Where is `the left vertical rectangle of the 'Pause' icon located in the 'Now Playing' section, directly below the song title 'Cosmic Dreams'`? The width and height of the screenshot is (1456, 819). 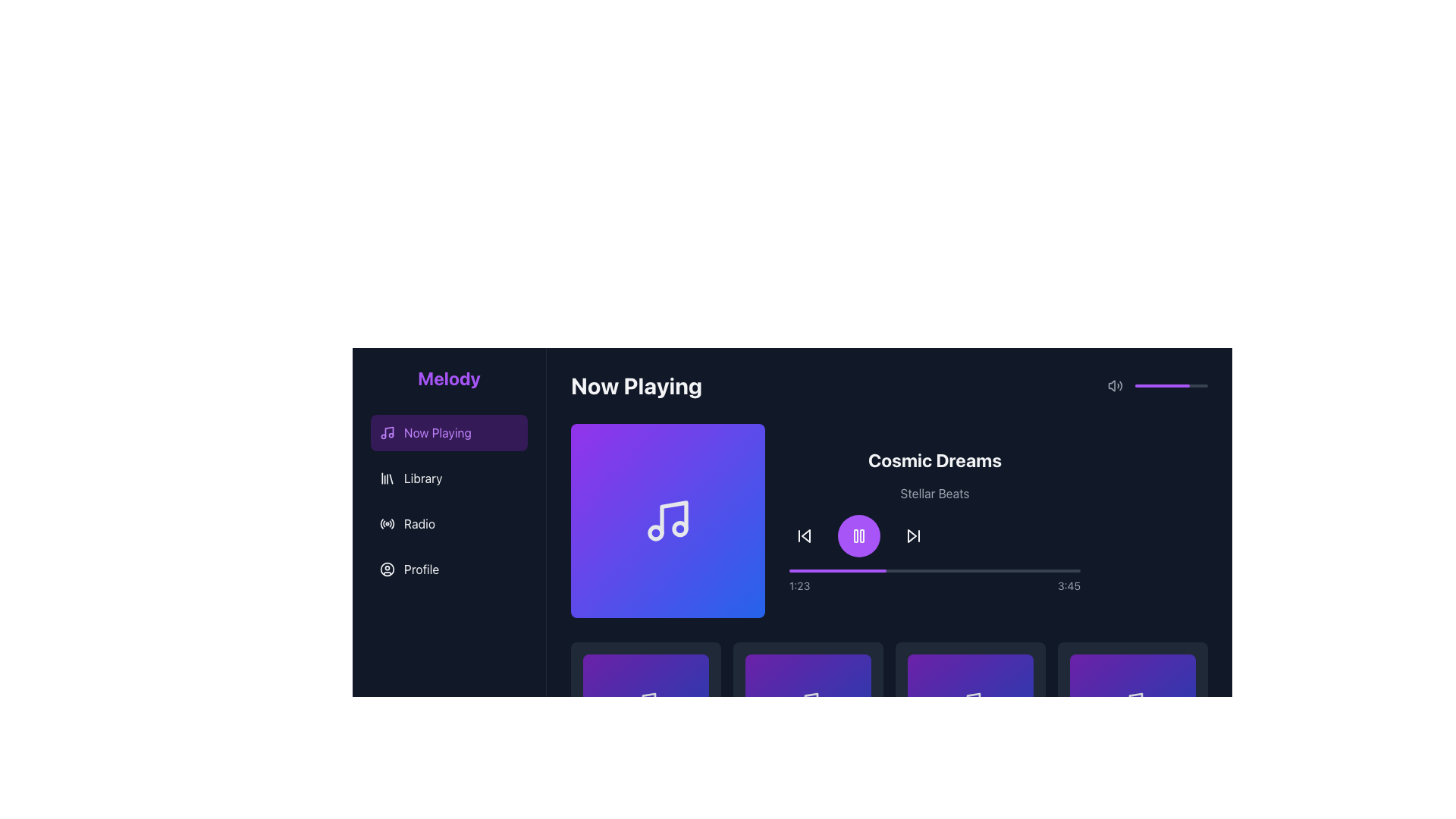 the left vertical rectangle of the 'Pause' icon located in the 'Now Playing' section, directly below the song title 'Cosmic Dreams' is located at coordinates (855, 535).